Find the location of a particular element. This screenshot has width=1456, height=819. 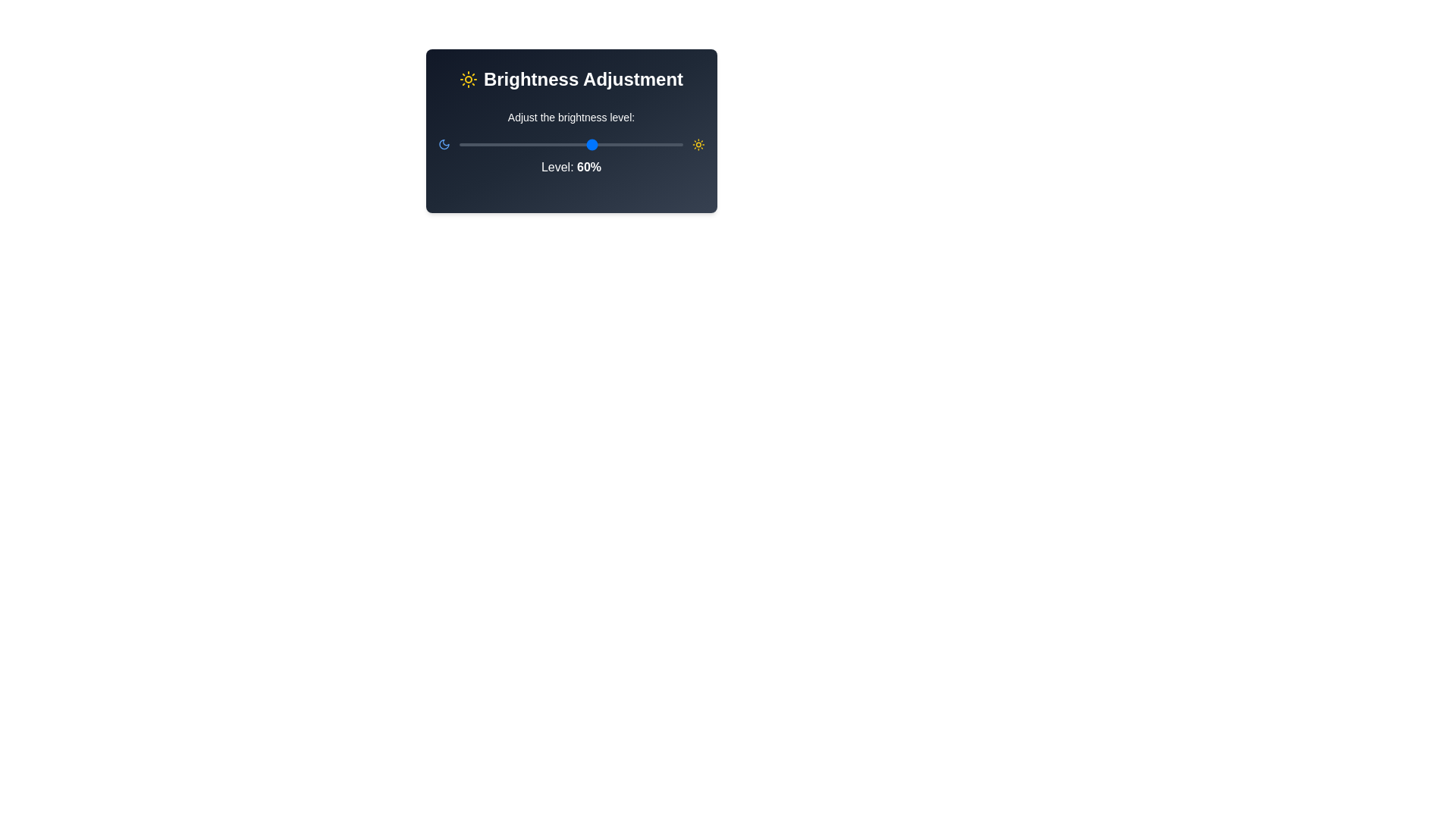

the yellow sun icon that symbolizes brightness, located in the 'Brightness Adjustment' section at the top-left of the text area is located at coordinates (467, 79).